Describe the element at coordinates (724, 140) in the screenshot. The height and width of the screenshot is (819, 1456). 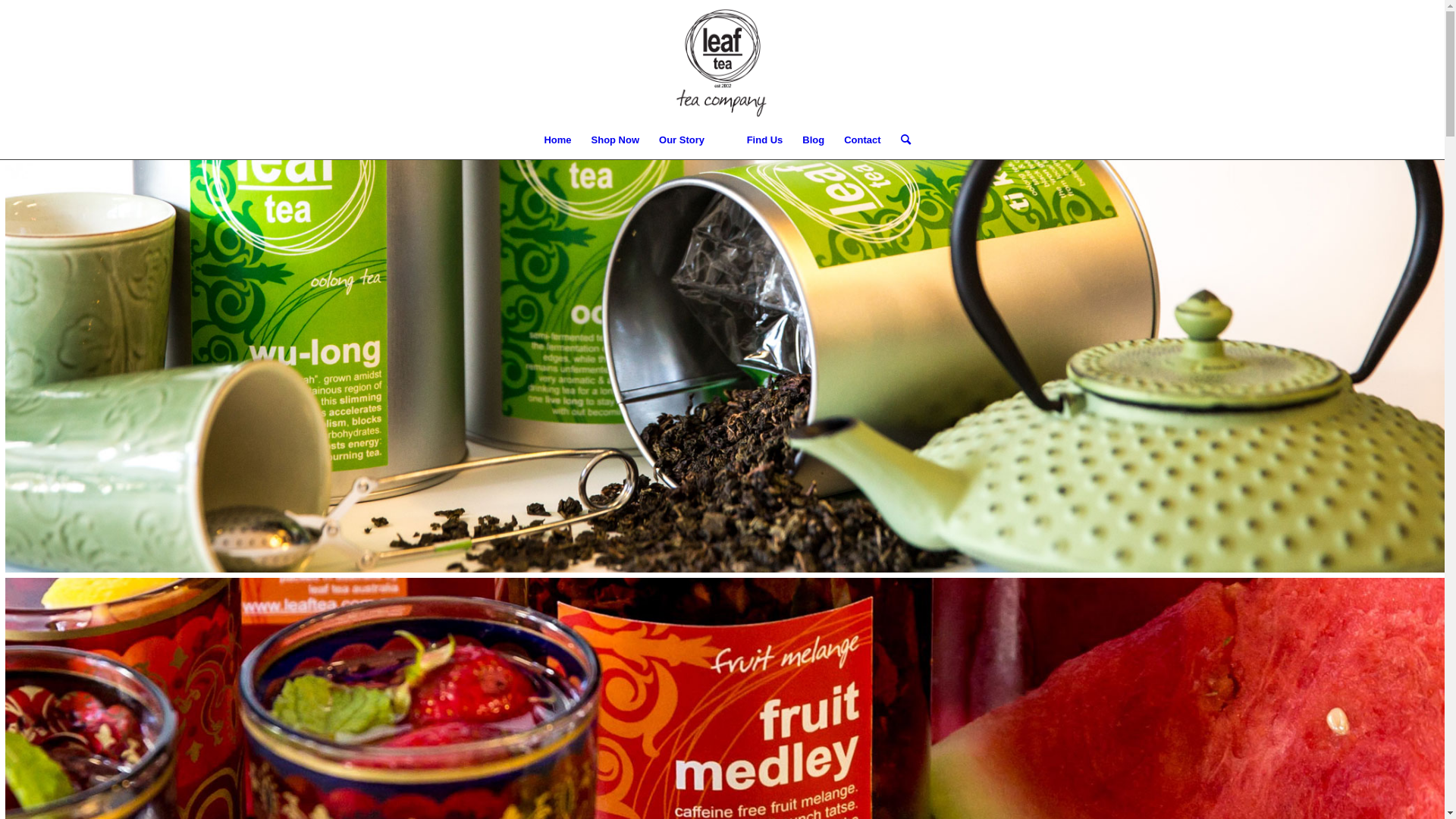
I see `' '` at that location.